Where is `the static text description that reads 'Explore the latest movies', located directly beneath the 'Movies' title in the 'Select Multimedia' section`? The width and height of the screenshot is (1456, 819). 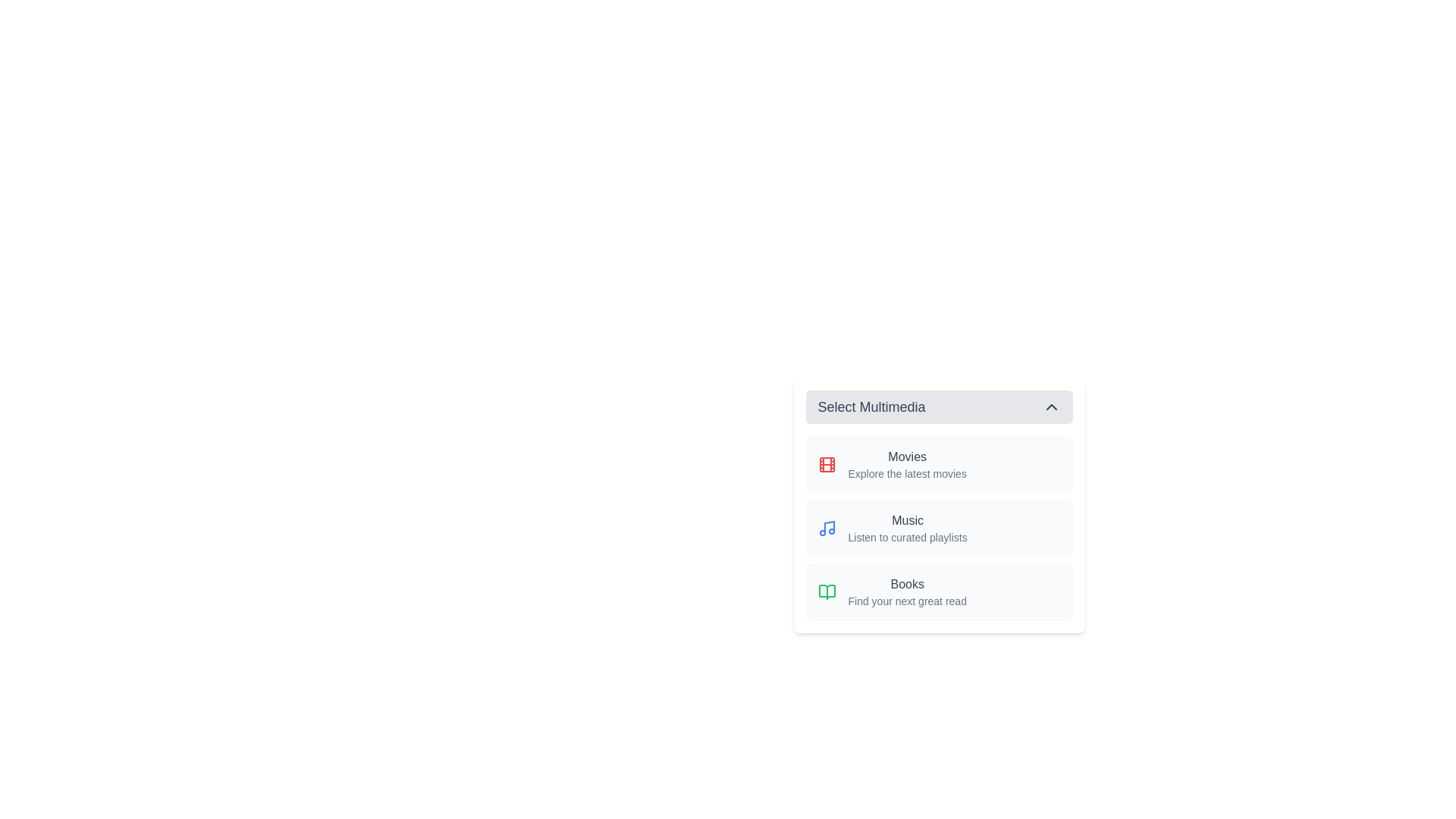
the static text description that reads 'Explore the latest movies', located directly beneath the 'Movies' title in the 'Select Multimedia' section is located at coordinates (907, 472).